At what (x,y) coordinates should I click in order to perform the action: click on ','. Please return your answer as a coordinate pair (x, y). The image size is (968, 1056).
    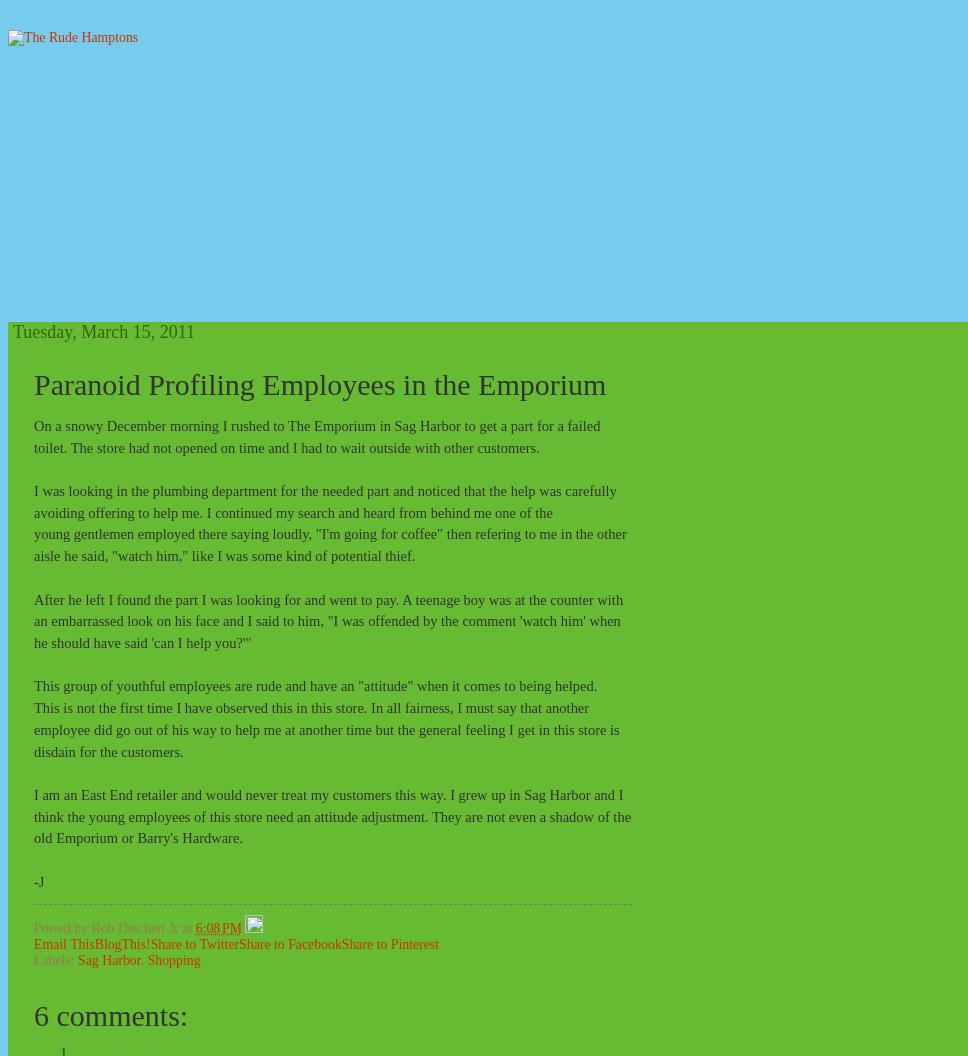
    Looking at the image, I should click on (142, 959).